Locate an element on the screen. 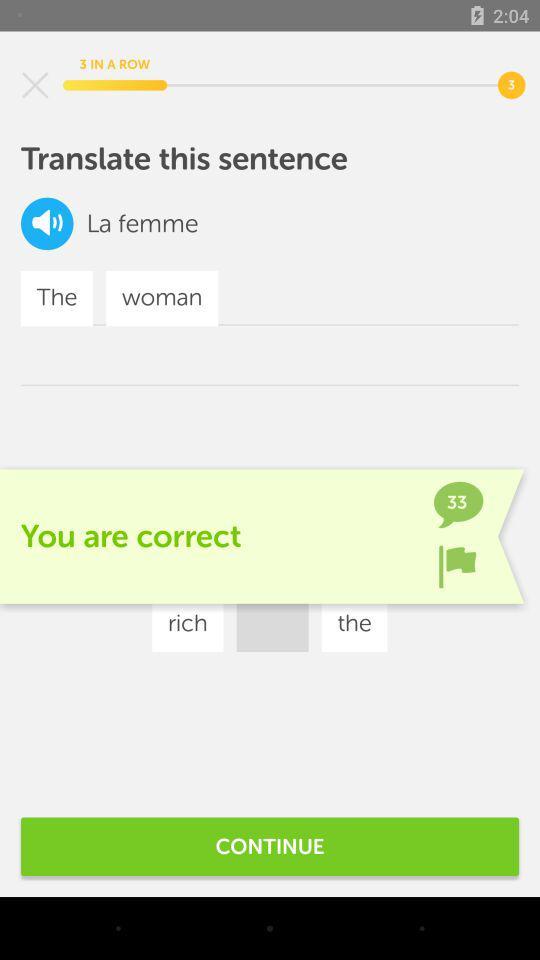 This screenshot has height=960, width=540. the star icon is located at coordinates (35, 85).